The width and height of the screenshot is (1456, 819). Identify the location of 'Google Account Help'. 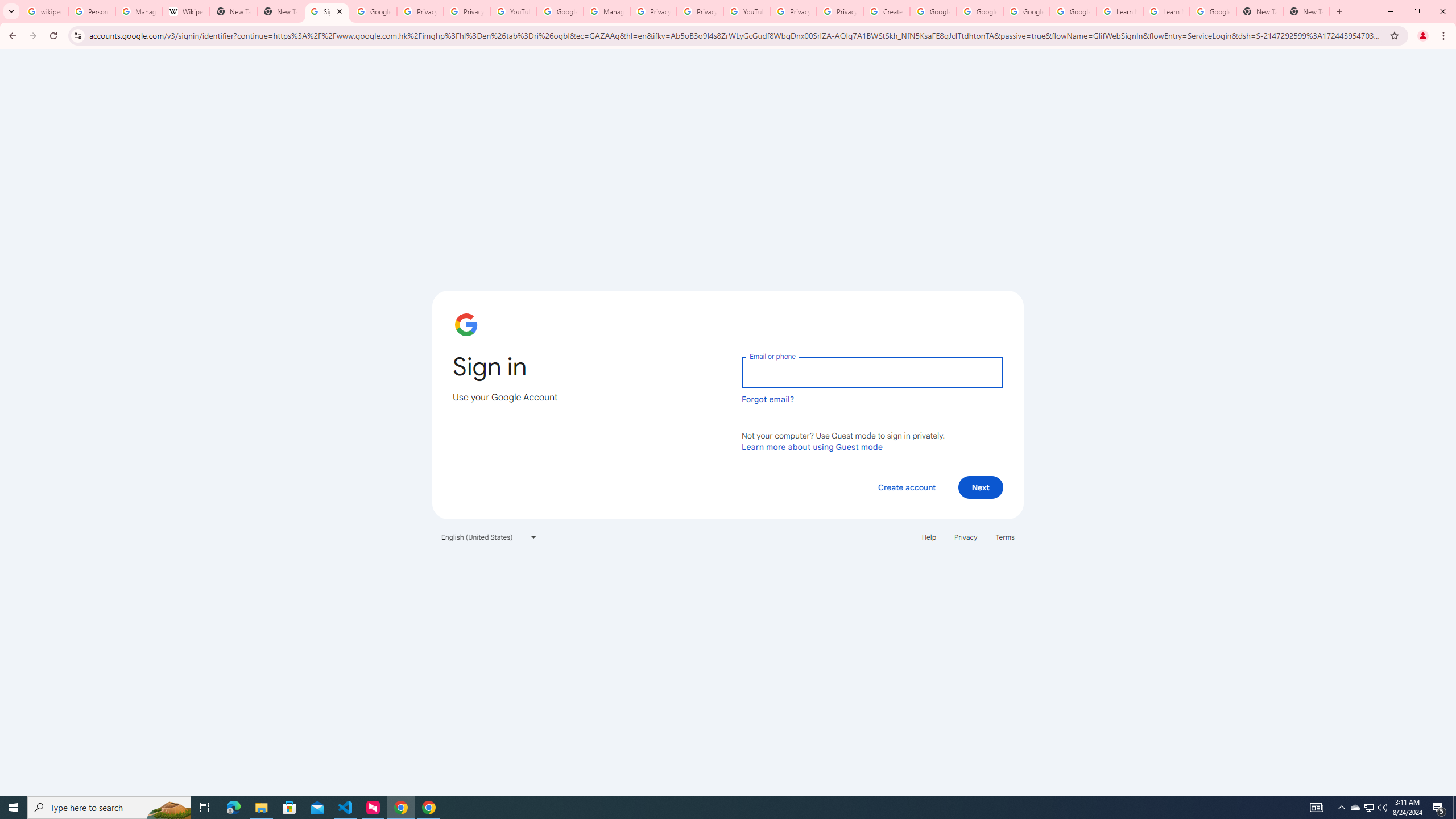
(932, 11).